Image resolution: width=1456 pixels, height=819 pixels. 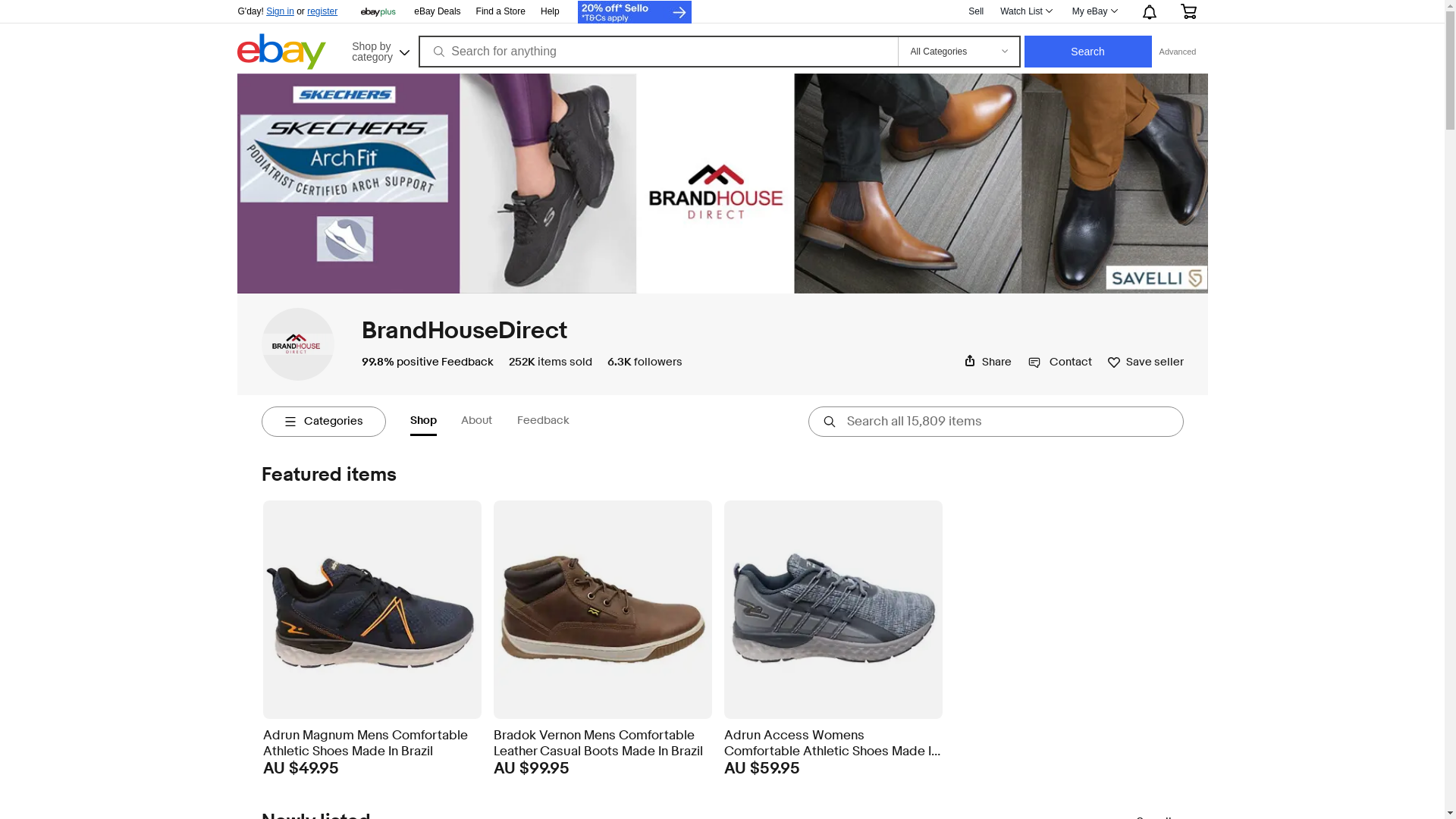 I want to click on 'eBay Deals', so click(x=414, y=11).